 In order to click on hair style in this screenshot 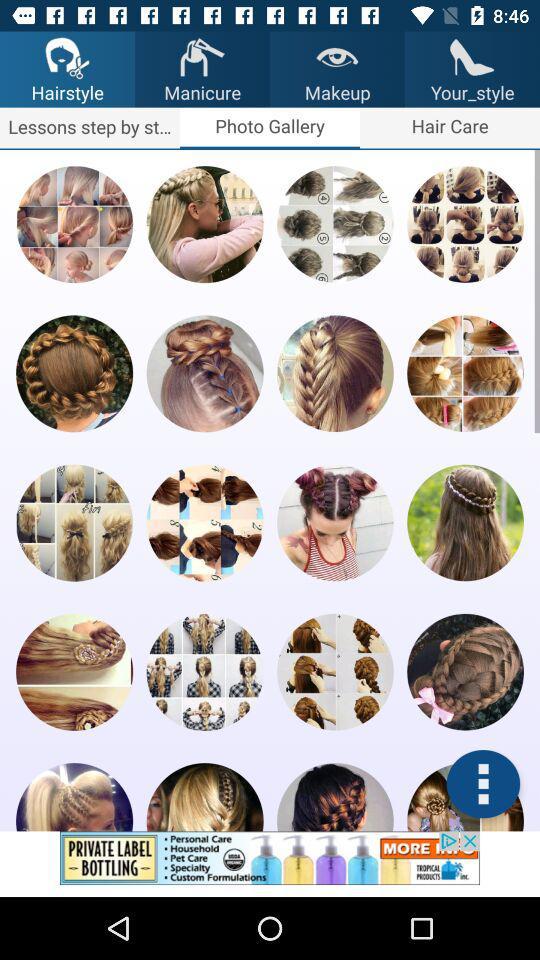, I will do `click(73, 672)`.